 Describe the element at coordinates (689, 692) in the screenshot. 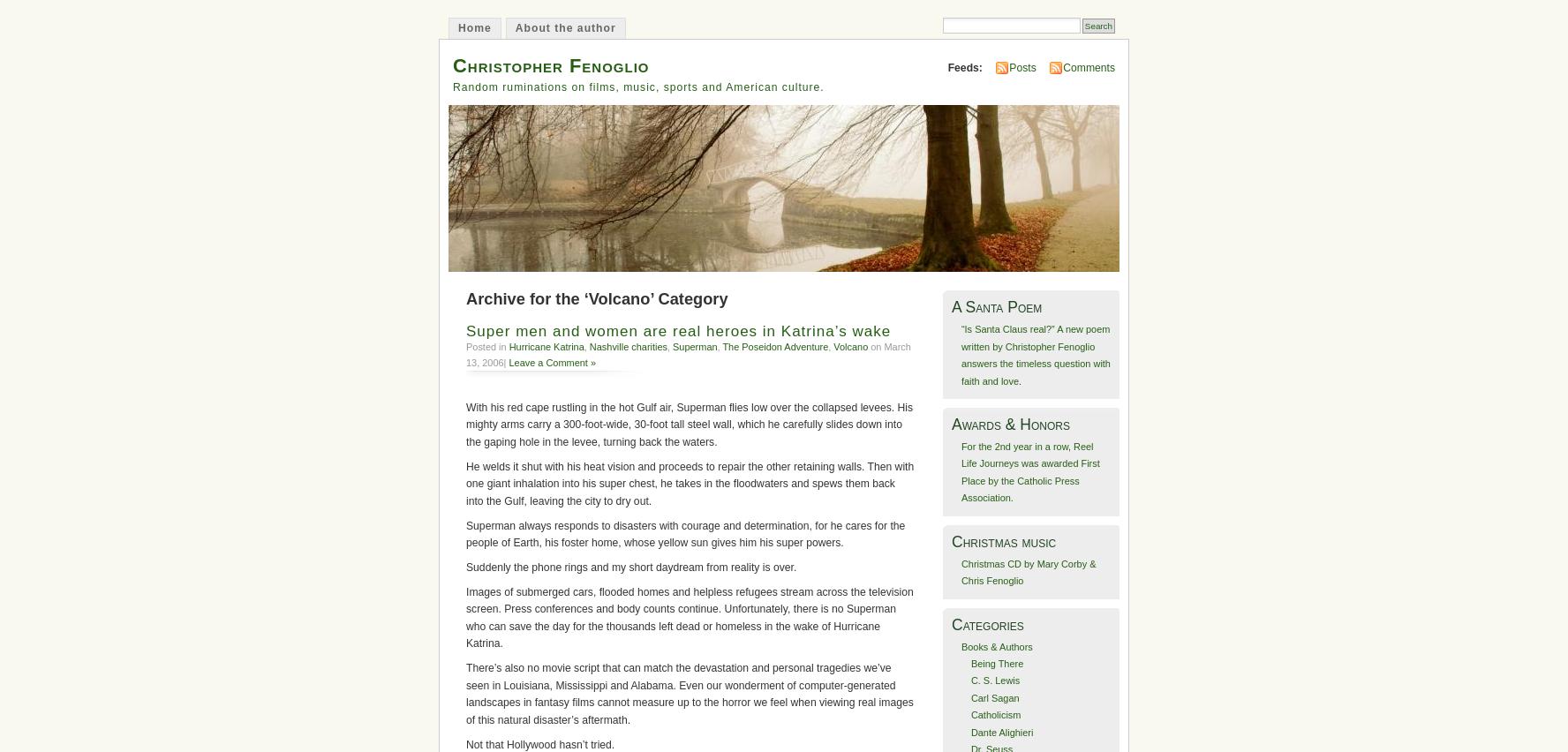

I see `'There’s also no movie script that can match the devastation and personal tragedies we’ve seen in Louisiana, Mississippi and Alabama. Even our wonderment of computer-generated landscapes in fantasy films cannot measure up to the horror we feel when viewing real images of this natural disaster’s aftermath.'` at that location.